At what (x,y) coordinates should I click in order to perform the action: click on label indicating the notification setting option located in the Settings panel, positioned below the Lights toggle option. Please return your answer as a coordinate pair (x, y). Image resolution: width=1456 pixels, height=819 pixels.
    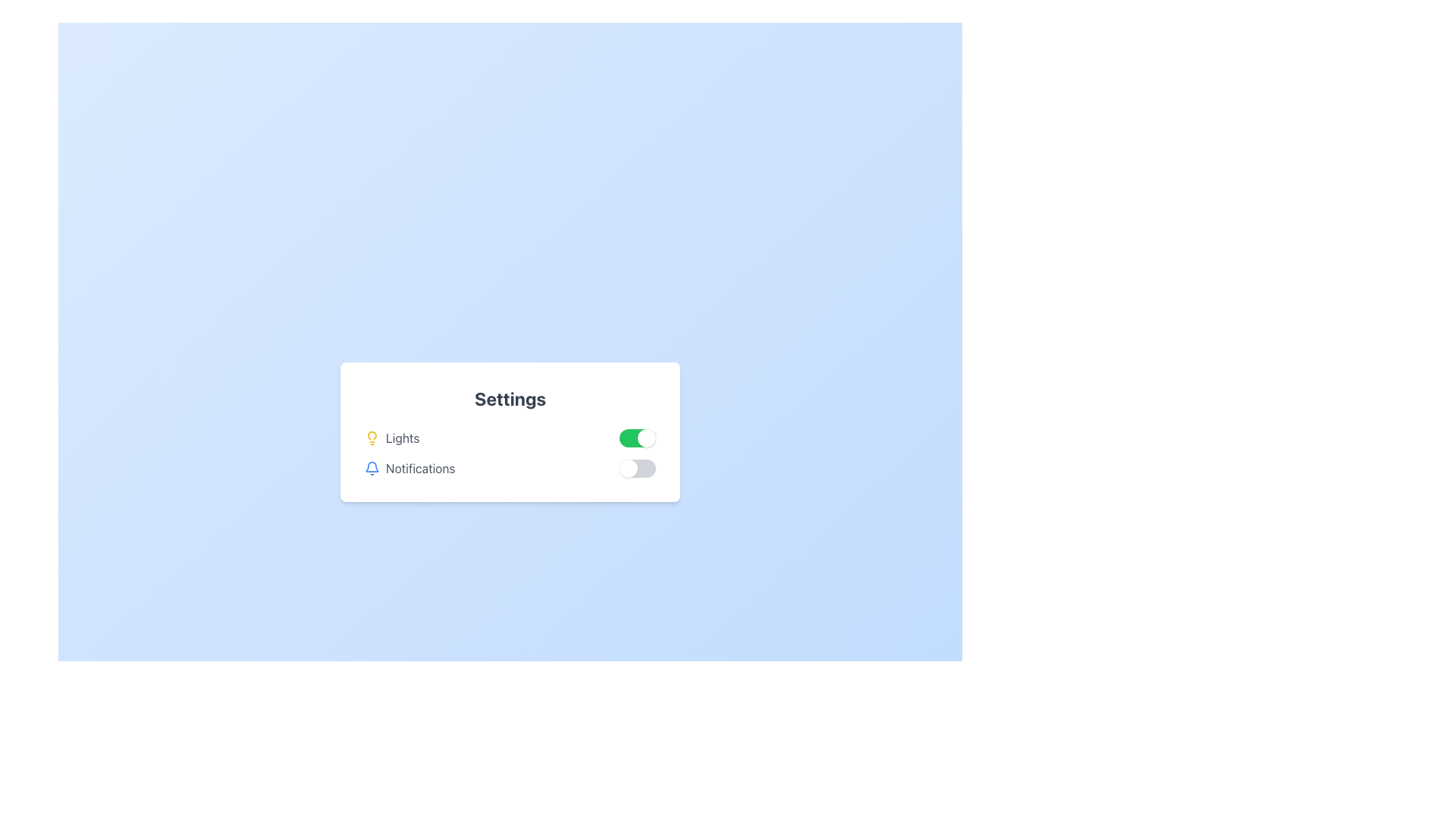
    Looking at the image, I should click on (409, 467).